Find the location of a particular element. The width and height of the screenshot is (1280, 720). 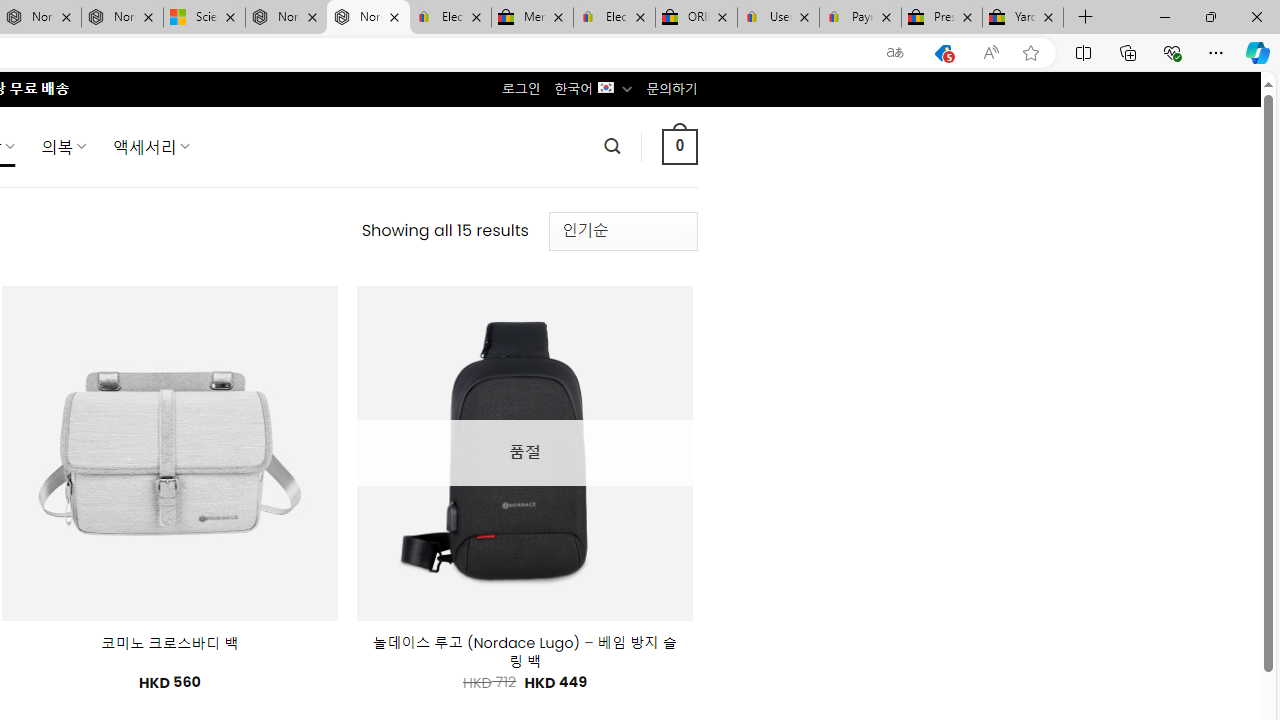

'Press Room - eBay Inc.' is located at coordinates (941, 17).